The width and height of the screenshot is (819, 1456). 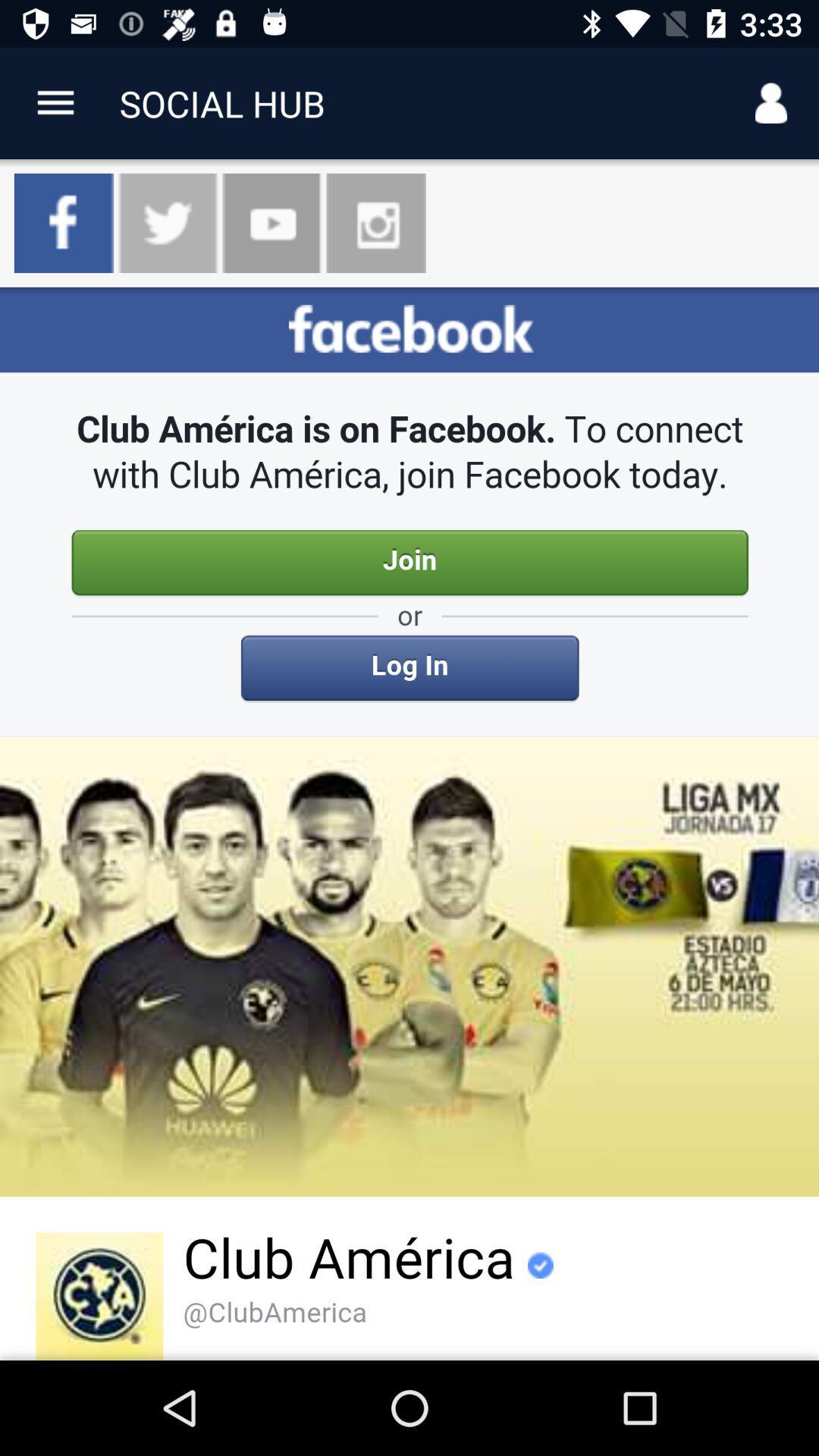 I want to click on menu, so click(x=55, y=102).